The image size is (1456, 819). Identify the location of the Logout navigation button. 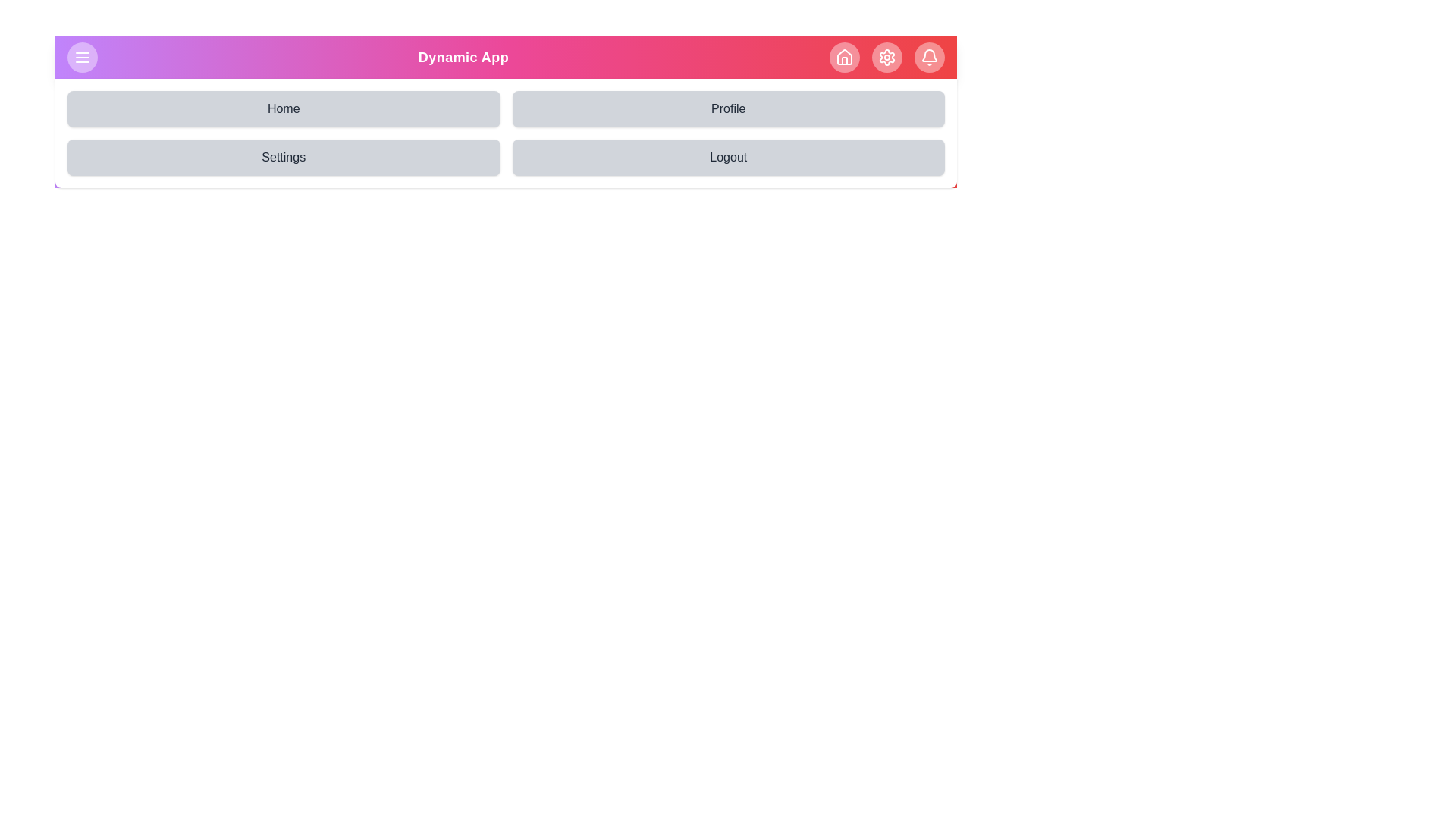
(728, 158).